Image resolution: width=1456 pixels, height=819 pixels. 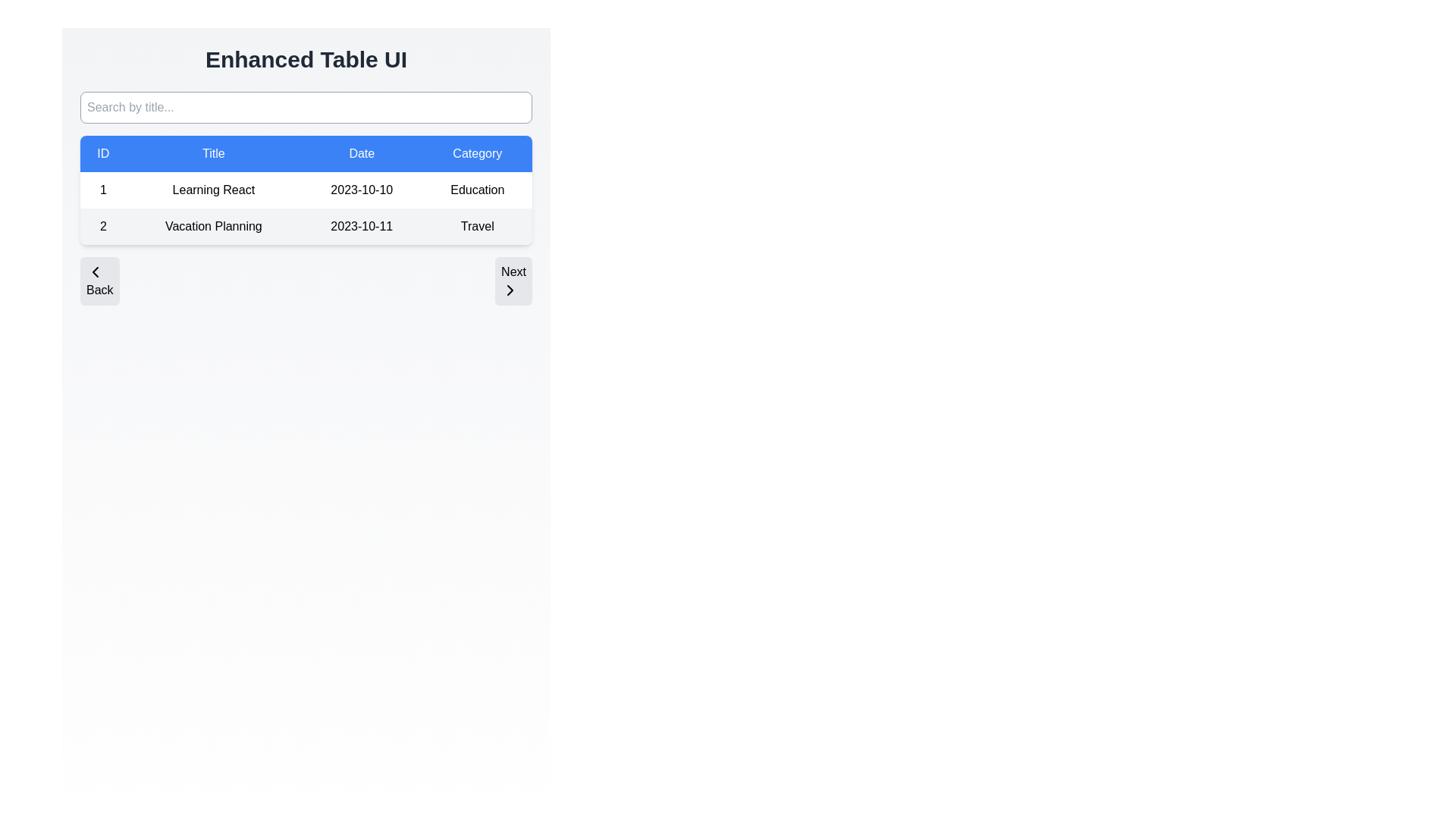 I want to click on the Text label that represents the title of a listed table entry, located in the second row of the table under the 'Title' column, so click(x=212, y=227).